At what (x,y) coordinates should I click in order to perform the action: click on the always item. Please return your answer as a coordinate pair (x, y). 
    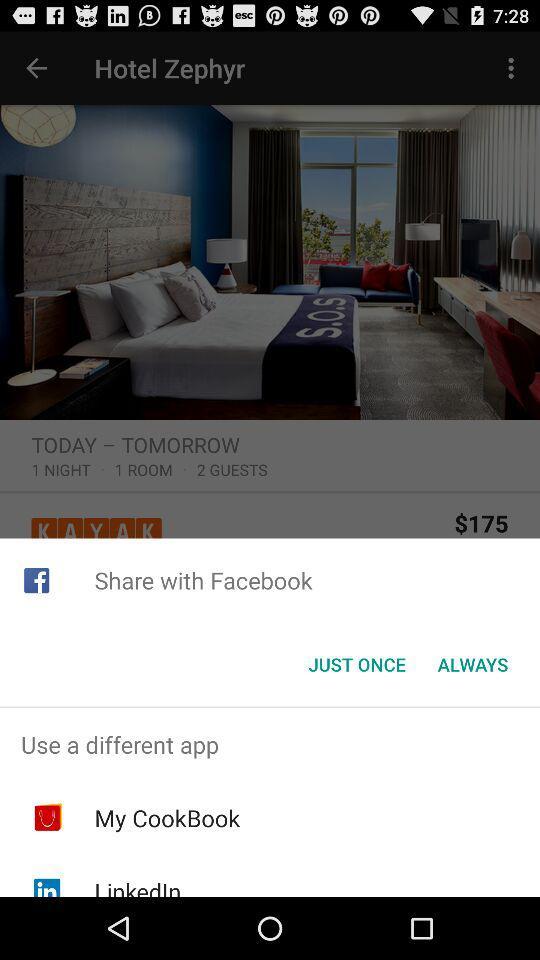
    Looking at the image, I should click on (472, 664).